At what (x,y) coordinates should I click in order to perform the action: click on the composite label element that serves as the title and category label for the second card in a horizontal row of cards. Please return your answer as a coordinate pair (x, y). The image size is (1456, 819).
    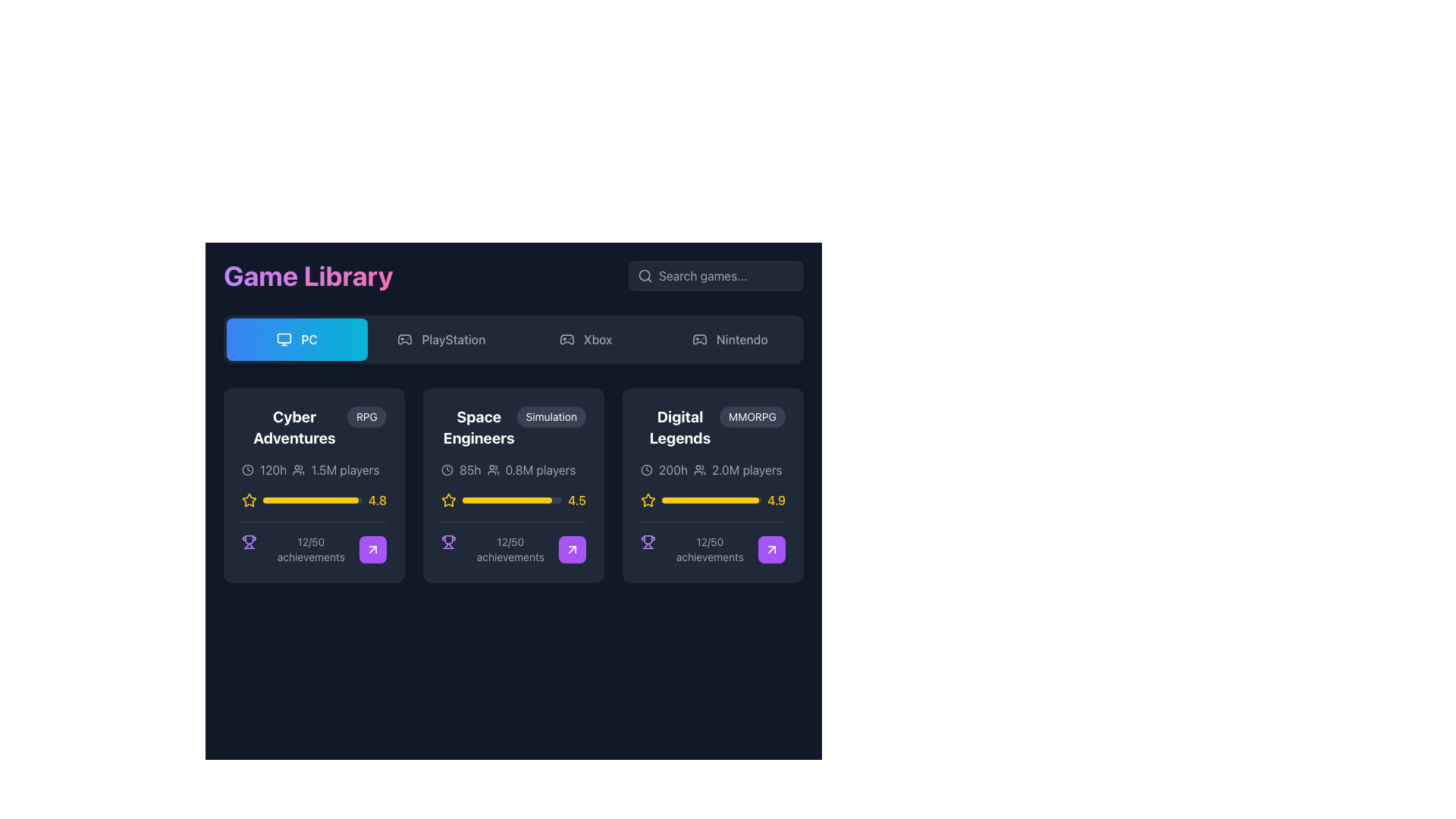
    Looking at the image, I should click on (513, 427).